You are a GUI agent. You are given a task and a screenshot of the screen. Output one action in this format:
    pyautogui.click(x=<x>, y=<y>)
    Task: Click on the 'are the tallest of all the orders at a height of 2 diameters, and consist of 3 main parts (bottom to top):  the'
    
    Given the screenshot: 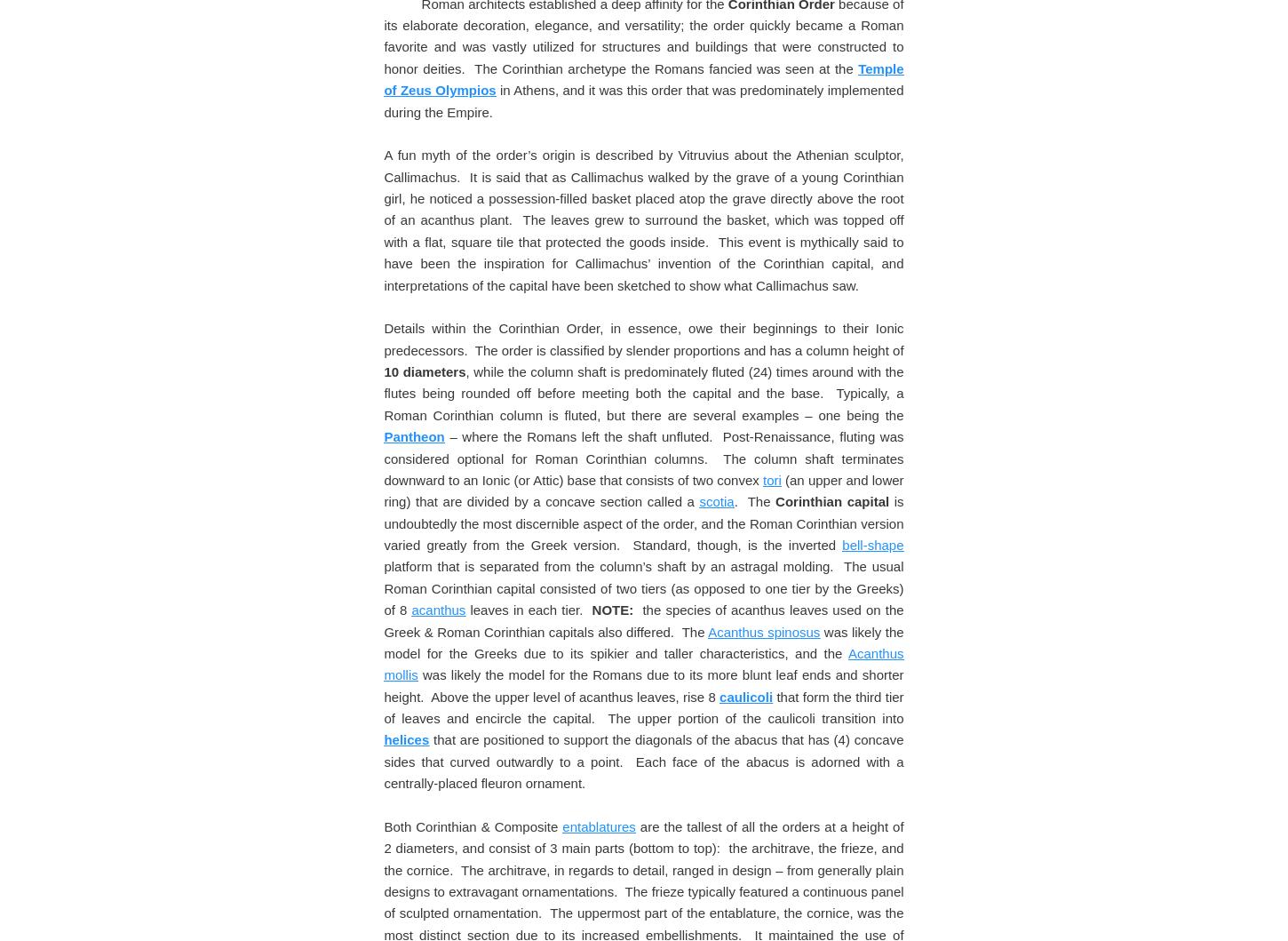 What is the action you would take?
    pyautogui.click(x=642, y=110)
    